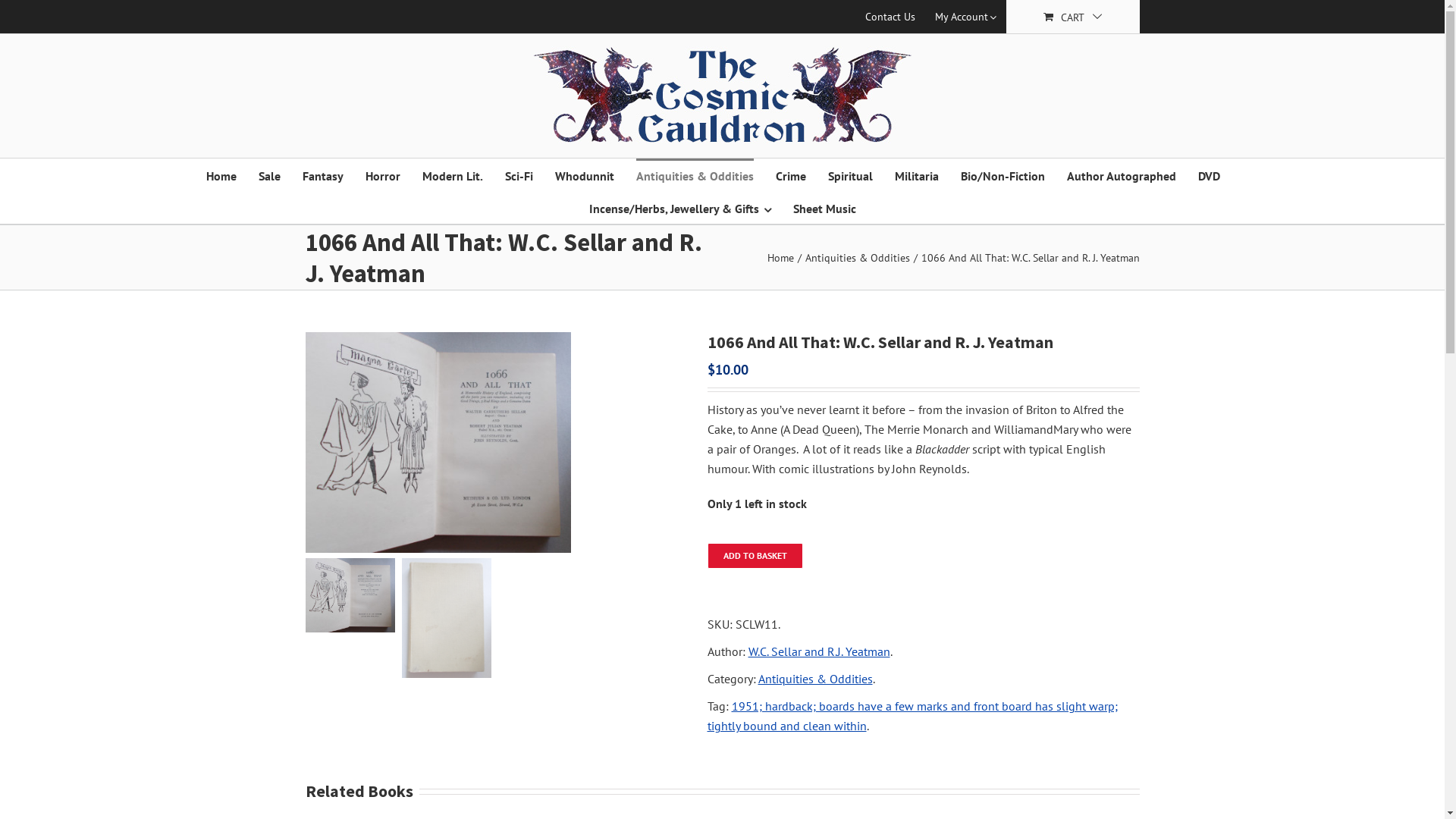  I want to click on '1066 and all that', so click(304, 442).